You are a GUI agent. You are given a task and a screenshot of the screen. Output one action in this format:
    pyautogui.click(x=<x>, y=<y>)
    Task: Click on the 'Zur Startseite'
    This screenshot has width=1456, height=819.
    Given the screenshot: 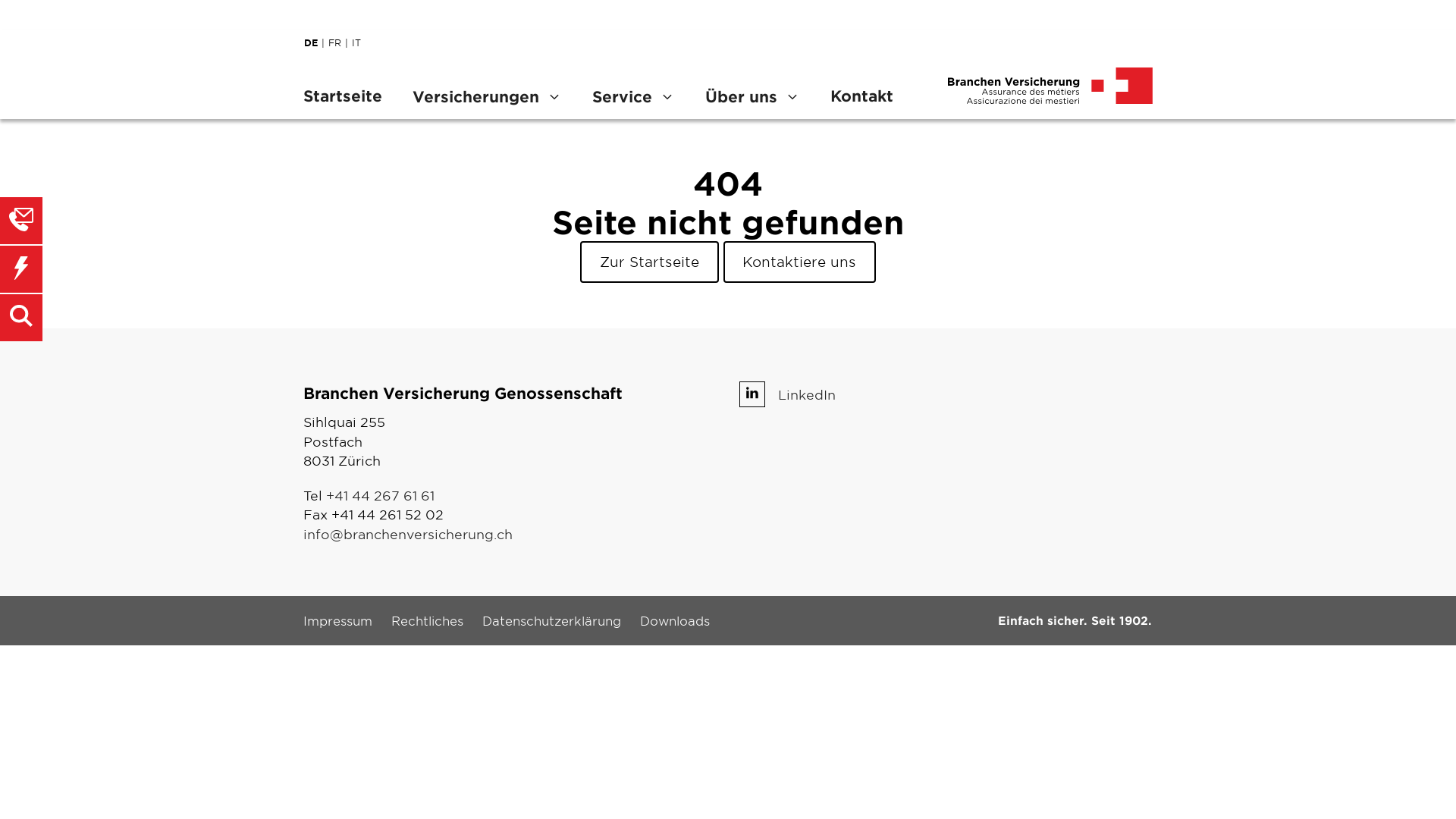 What is the action you would take?
    pyautogui.click(x=649, y=261)
    